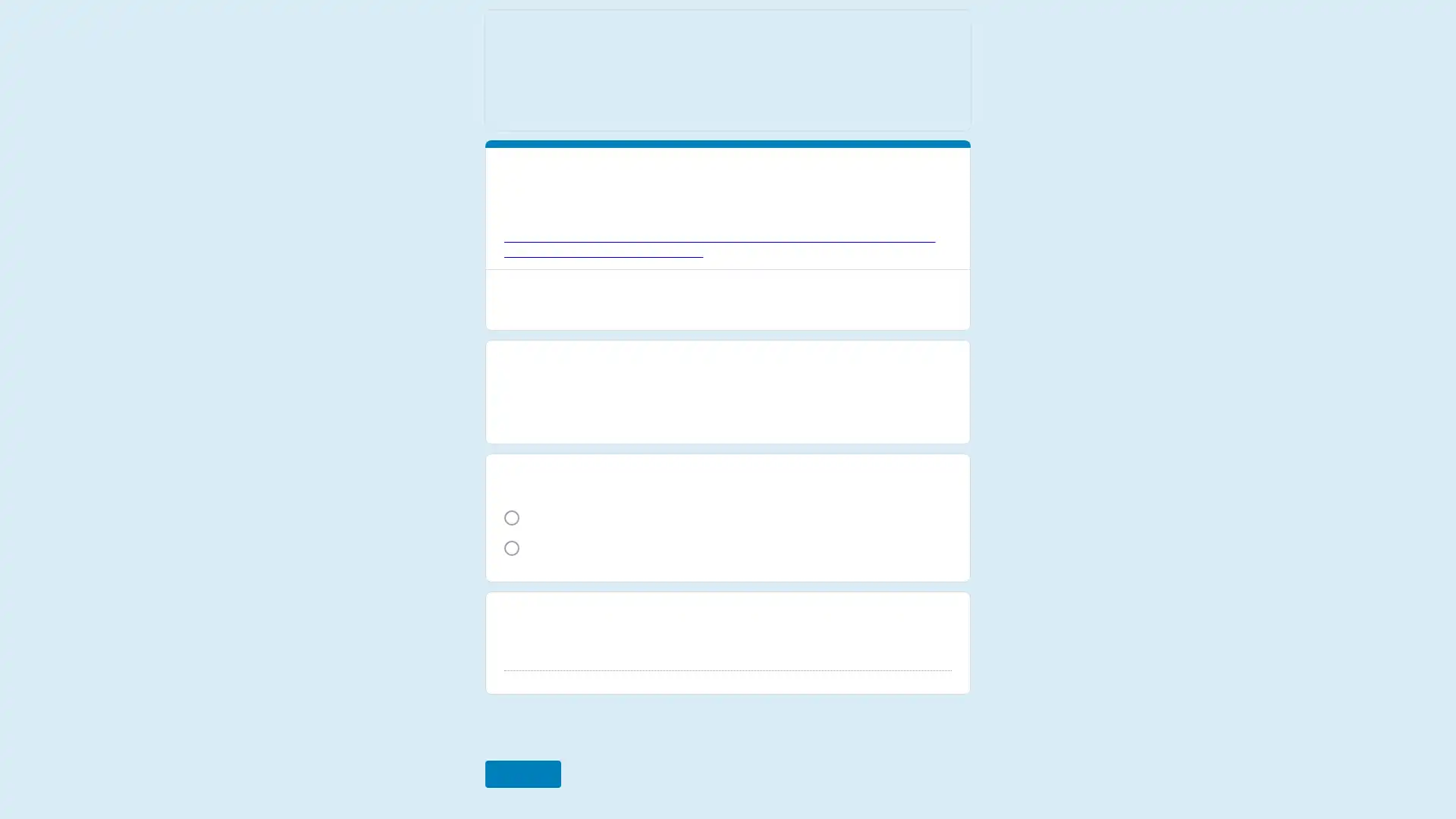 Image resolution: width=1456 pixels, height=819 pixels. I want to click on Clear form, so click(934, 759).